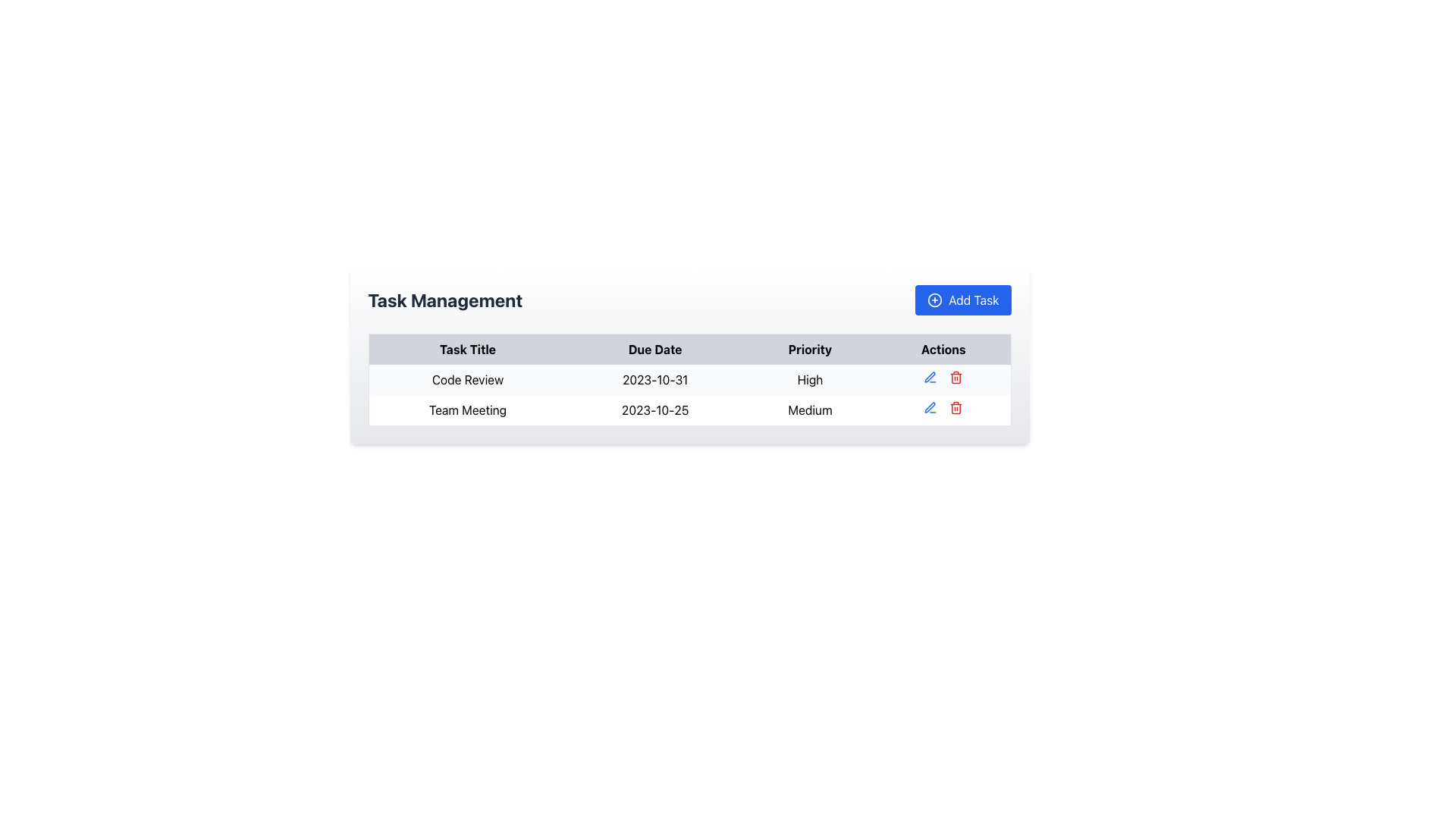  Describe the element at coordinates (809, 410) in the screenshot. I see `the 'Medium' priority label in the second row of the 'Task Management' table, located in the 'Priority' column, adjacent to the 'Due Date' value '2023-10-25'` at that location.